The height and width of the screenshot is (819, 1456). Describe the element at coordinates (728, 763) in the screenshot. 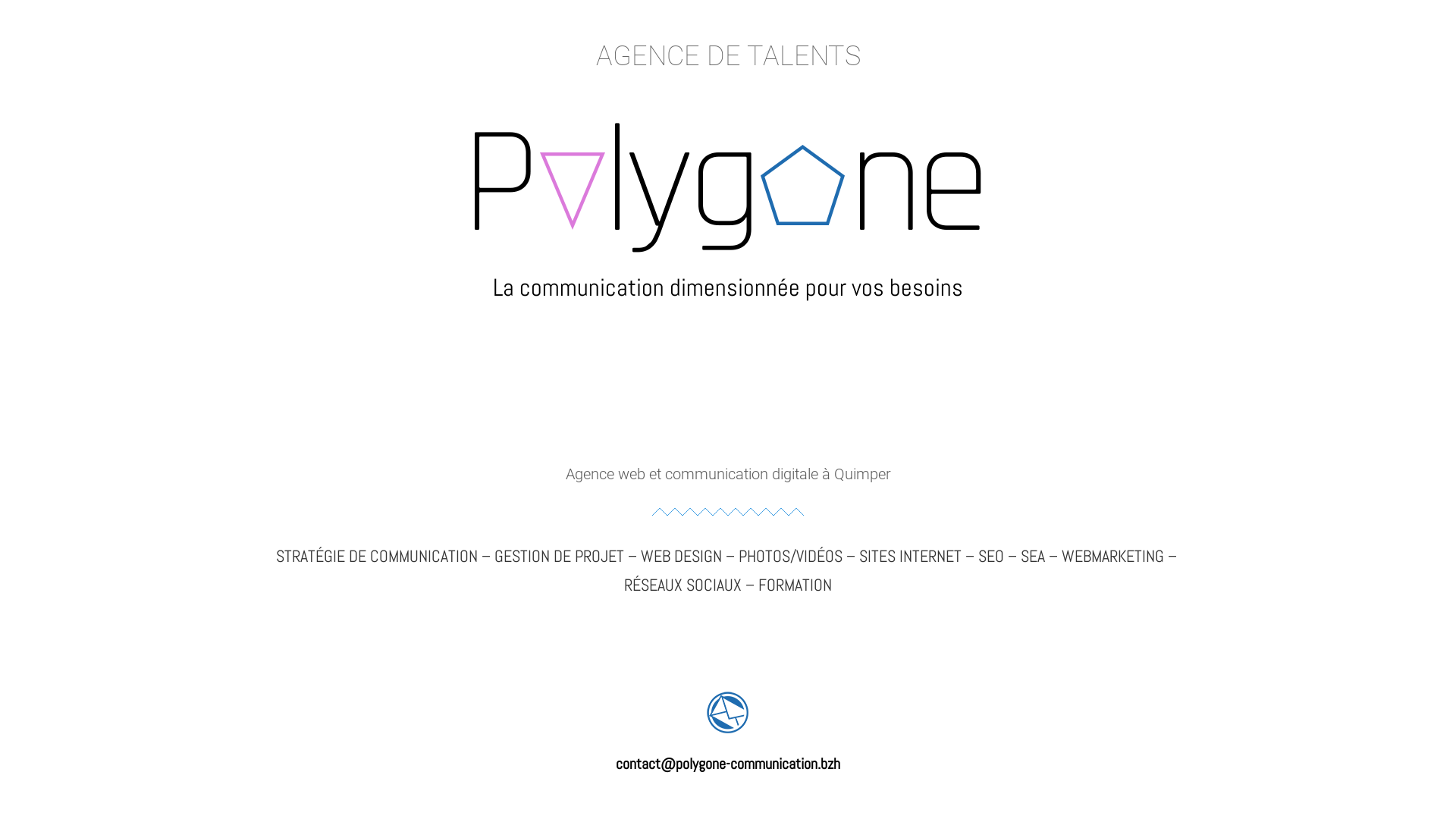

I see `'contact@polygone-communication.bzh'` at that location.